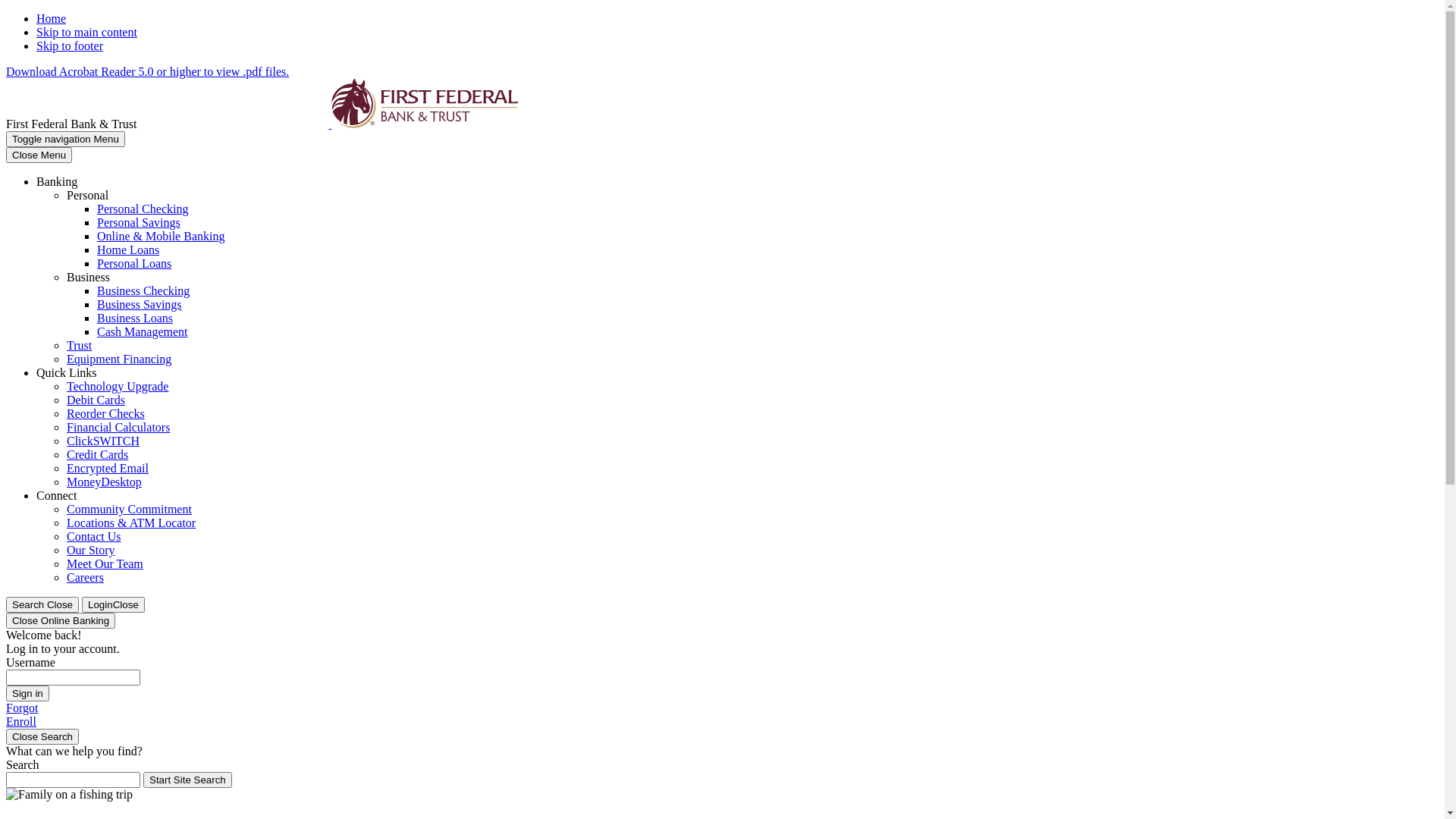 The width and height of the screenshot is (1456, 819). What do you see at coordinates (86, 32) in the screenshot?
I see `'Skip to main content'` at bounding box center [86, 32].